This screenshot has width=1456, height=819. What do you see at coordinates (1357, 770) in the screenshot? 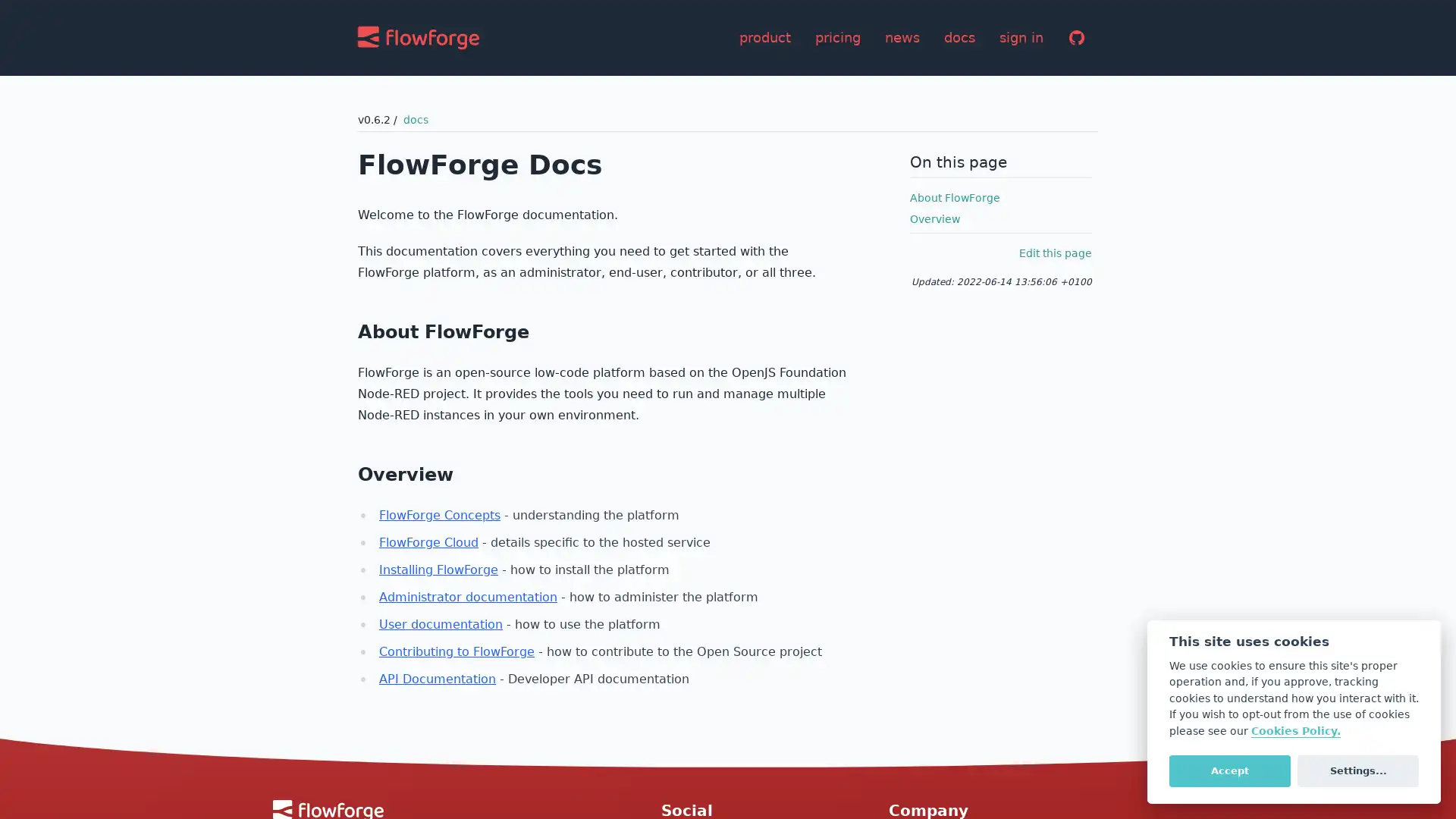
I see `Settings...` at bounding box center [1357, 770].